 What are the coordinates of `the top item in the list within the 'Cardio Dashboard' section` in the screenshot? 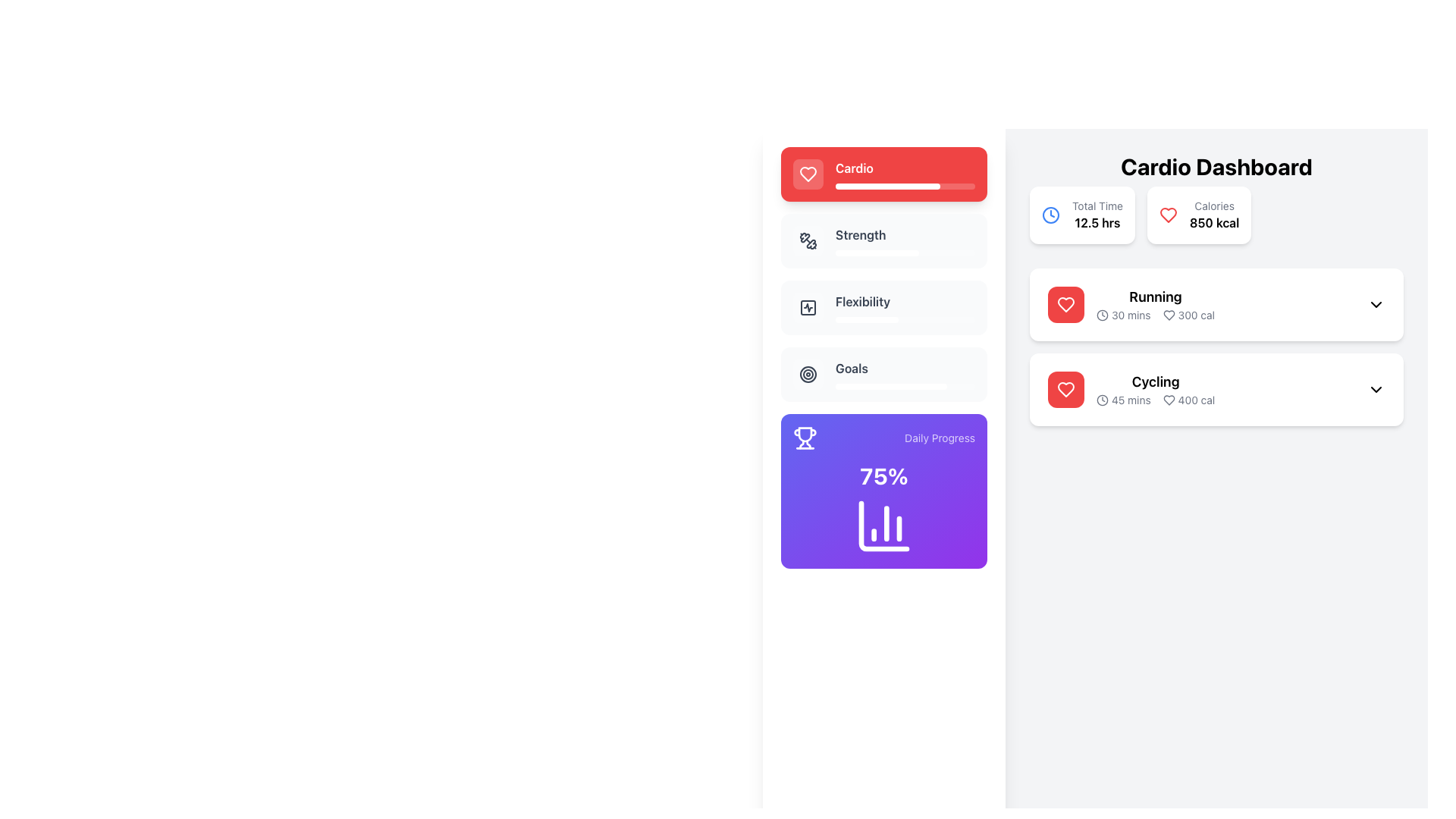 It's located at (1216, 304).